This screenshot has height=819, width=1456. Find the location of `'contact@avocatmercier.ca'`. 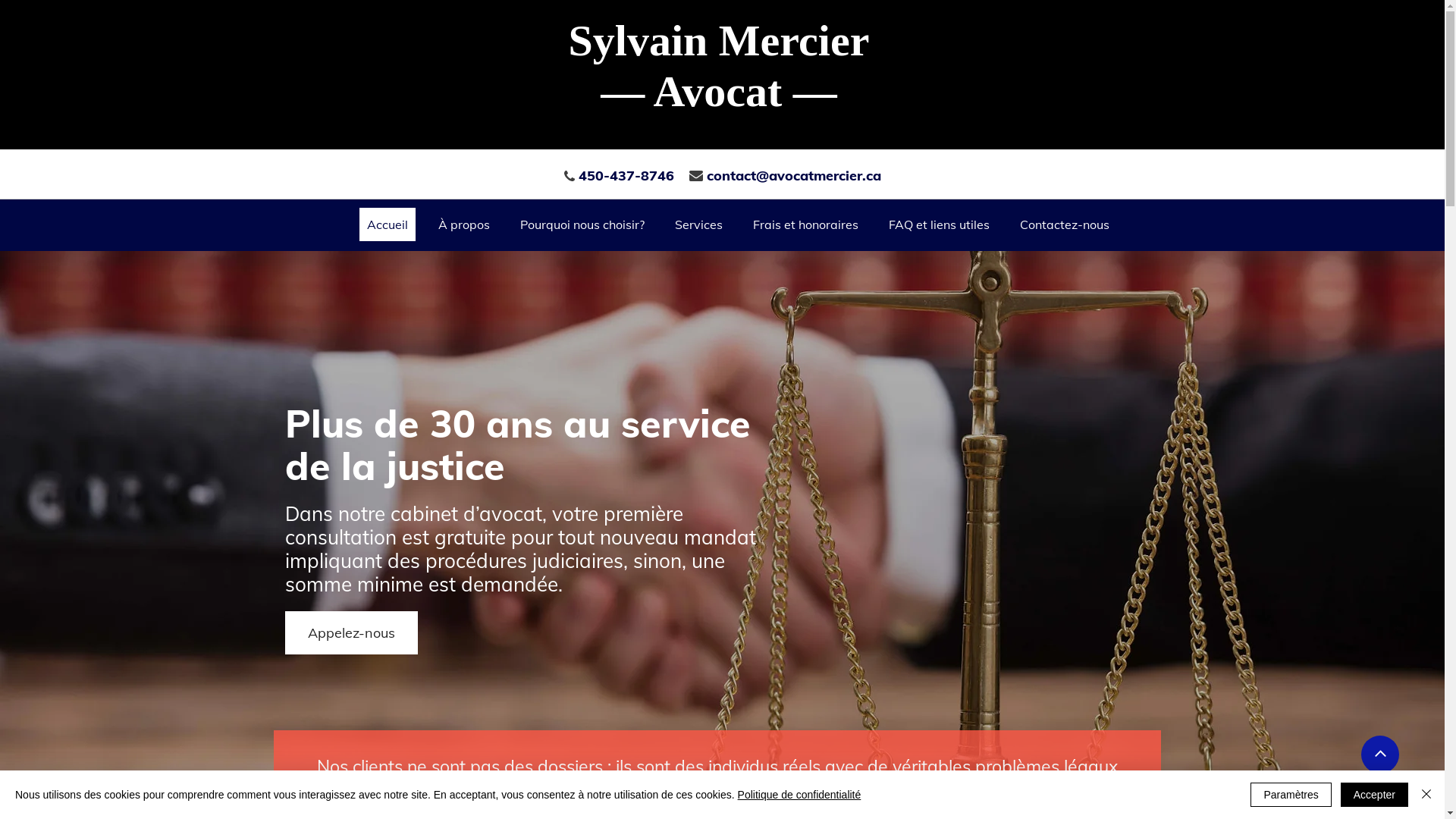

'contact@avocatmercier.ca' is located at coordinates (792, 174).